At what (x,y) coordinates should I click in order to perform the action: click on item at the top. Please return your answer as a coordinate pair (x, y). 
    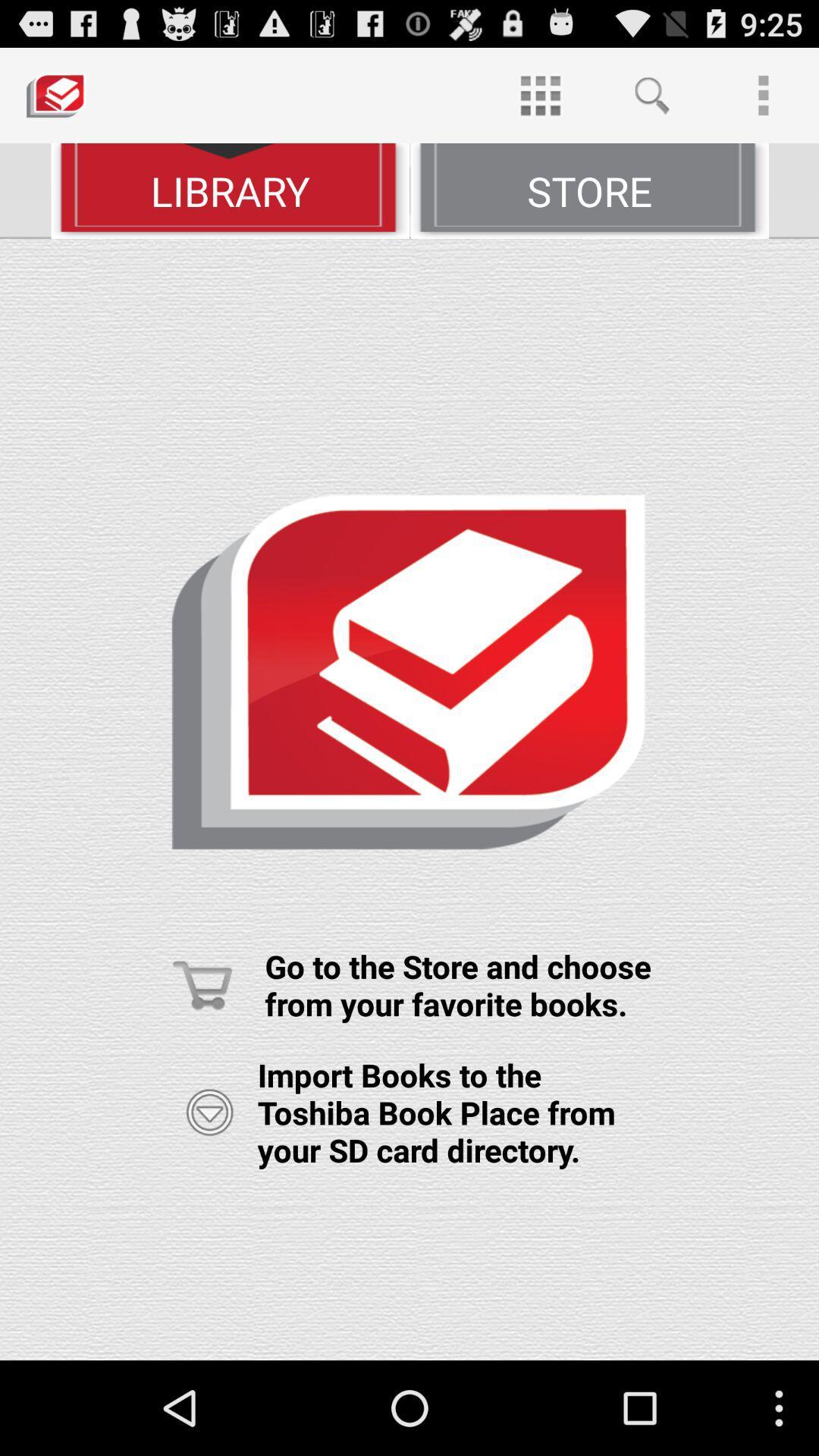
    Looking at the image, I should click on (539, 94).